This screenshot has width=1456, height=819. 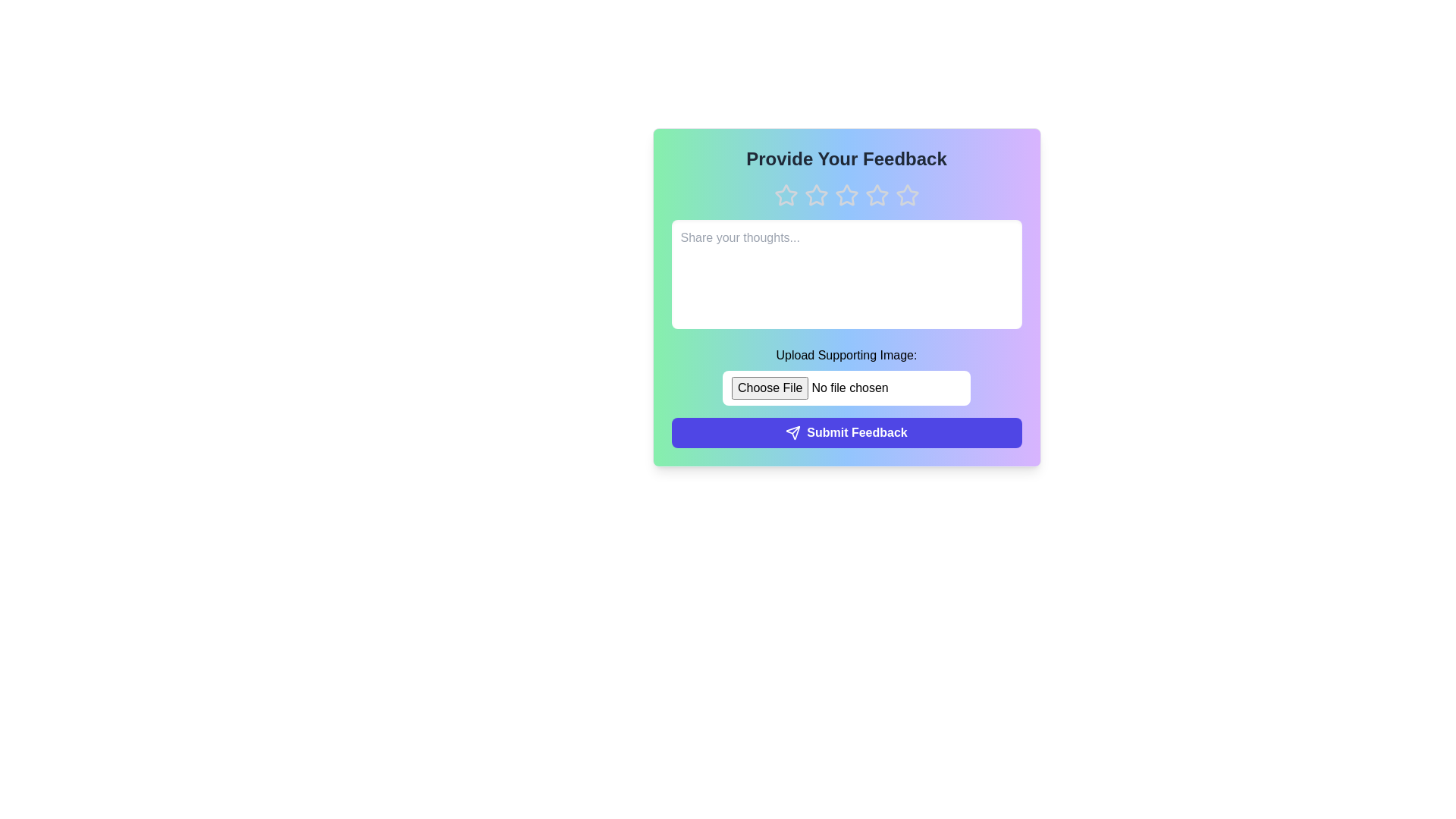 I want to click on and drop a file onto the File input field, which is a rectangular element with a white background and rounded borders, displaying 'Choose File' and 'No file chosen', so click(x=846, y=388).